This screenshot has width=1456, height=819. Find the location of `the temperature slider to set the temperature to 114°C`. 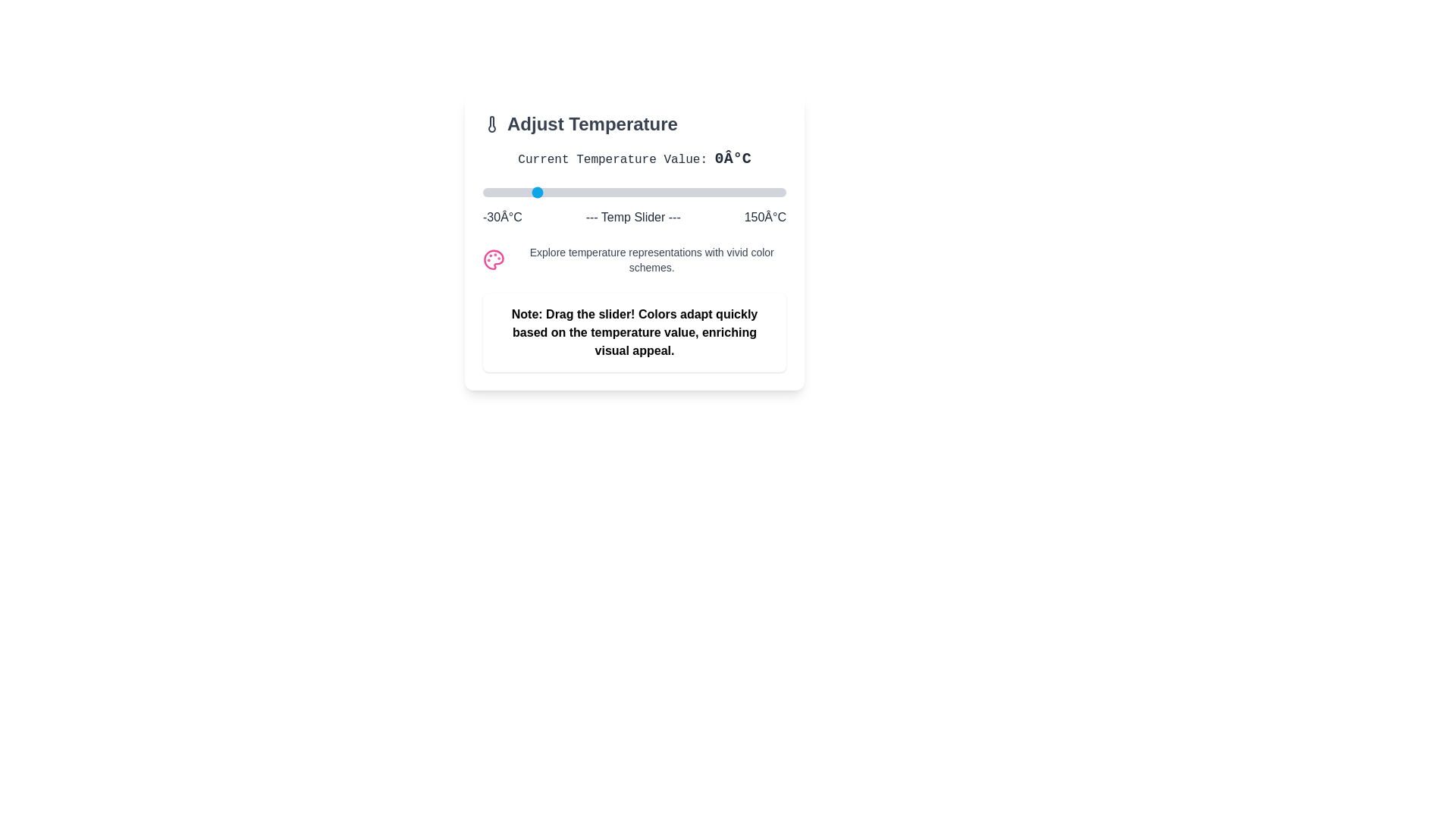

the temperature slider to set the temperature to 114°C is located at coordinates (724, 192).